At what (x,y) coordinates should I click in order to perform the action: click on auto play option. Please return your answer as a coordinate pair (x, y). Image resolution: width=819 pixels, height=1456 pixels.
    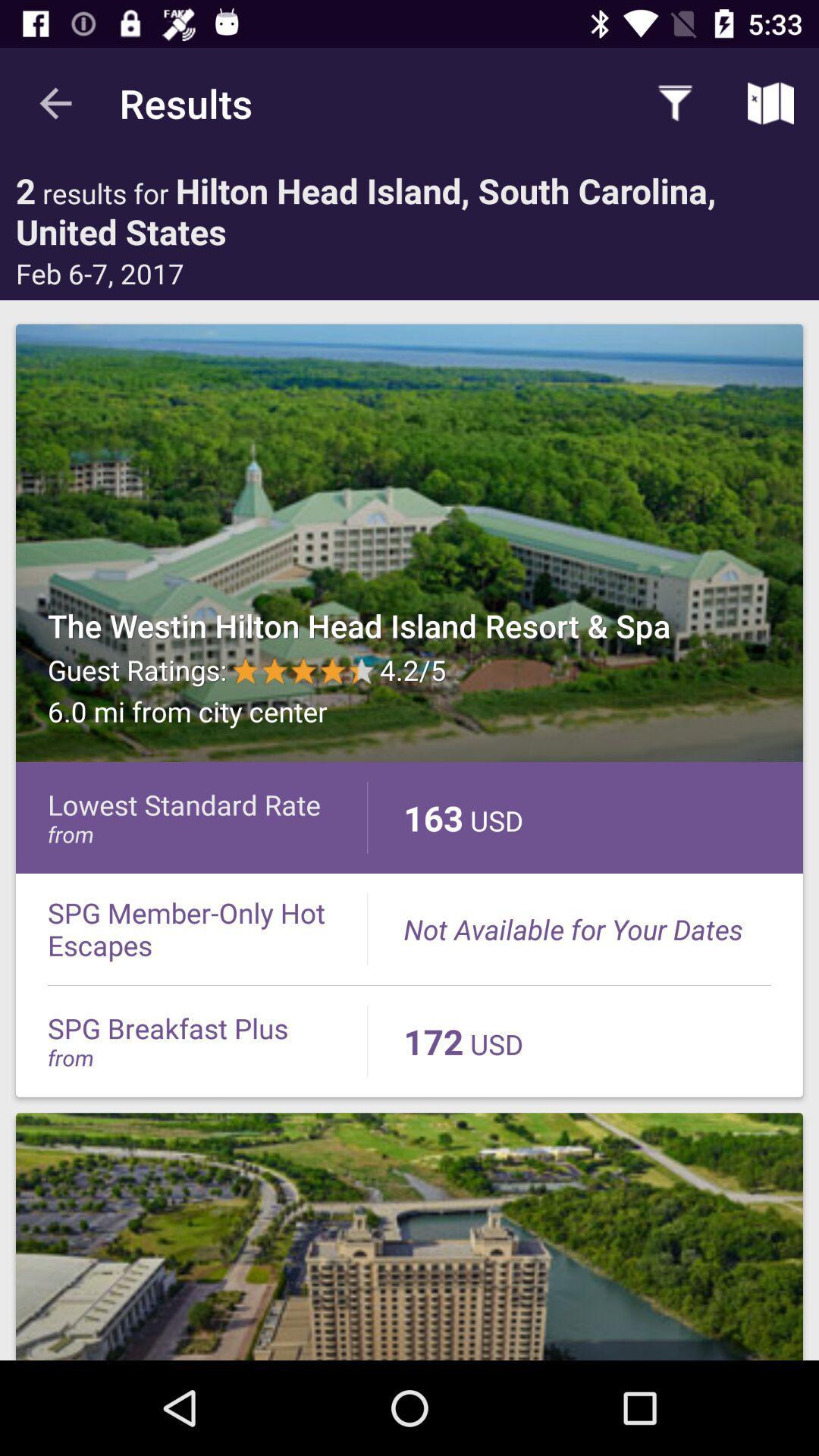
    Looking at the image, I should click on (409, 1236).